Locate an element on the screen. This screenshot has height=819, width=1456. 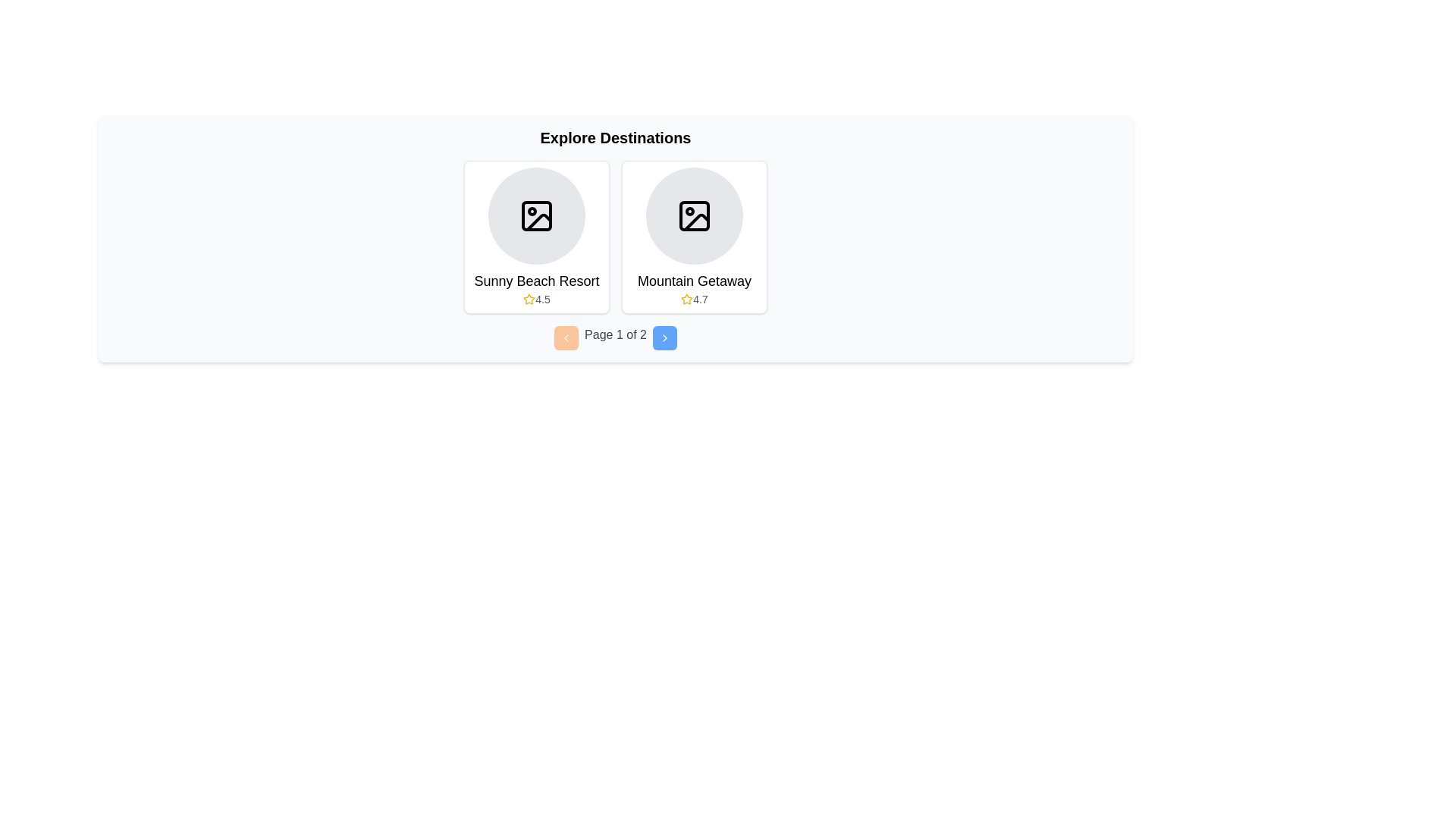
the icon representing the 'Mountain Getaway' destination, which is centered within a circular gray background in the second card of the carousel view is located at coordinates (694, 216).